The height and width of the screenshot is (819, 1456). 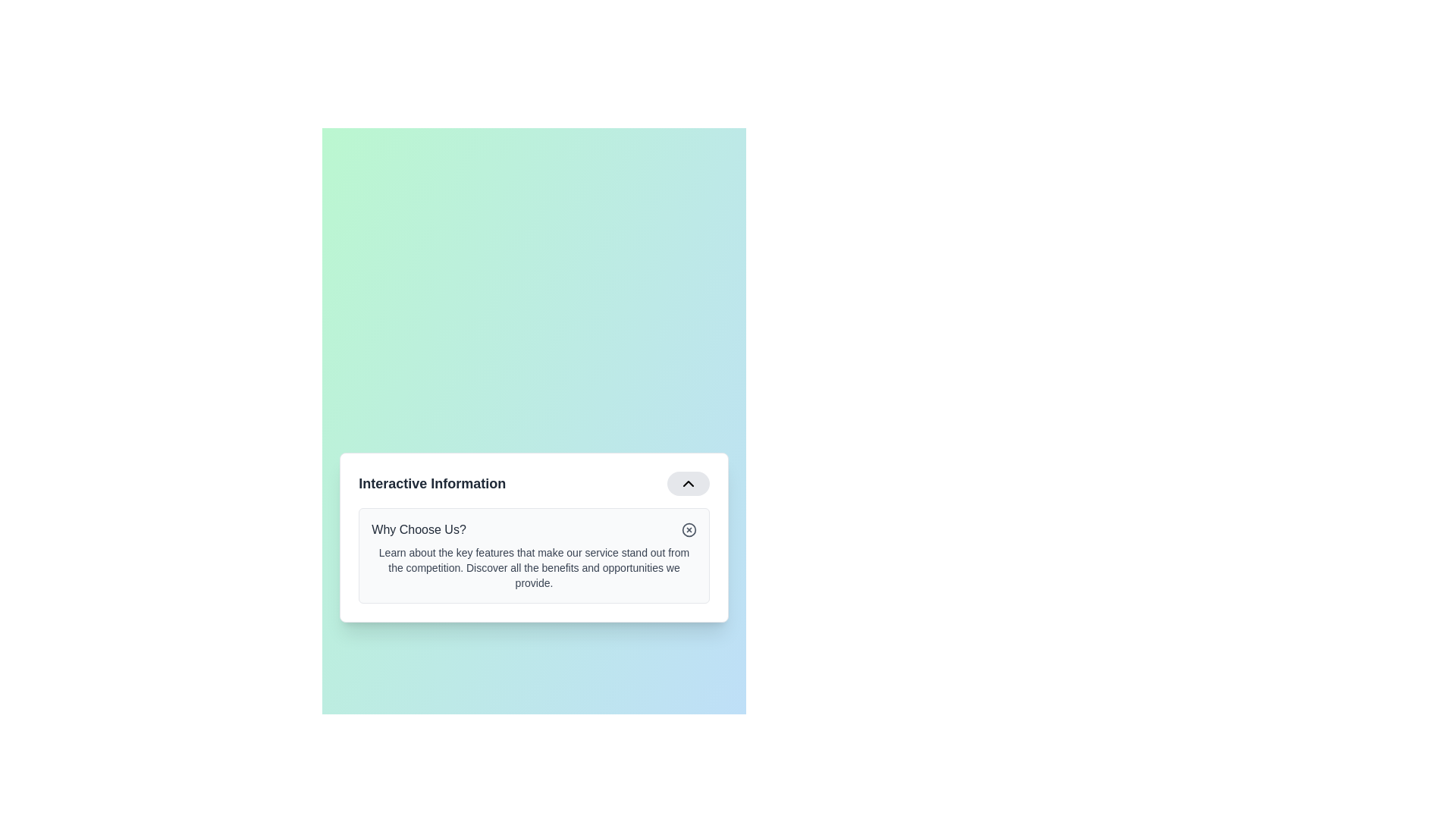 What do you see at coordinates (687, 483) in the screenshot?
I see `the chevron icon for dropdown or toggle located in the top-right region of the rounded rectangular button in the 'Interactive Information' section of the content card` at bounding box center [687, 483].